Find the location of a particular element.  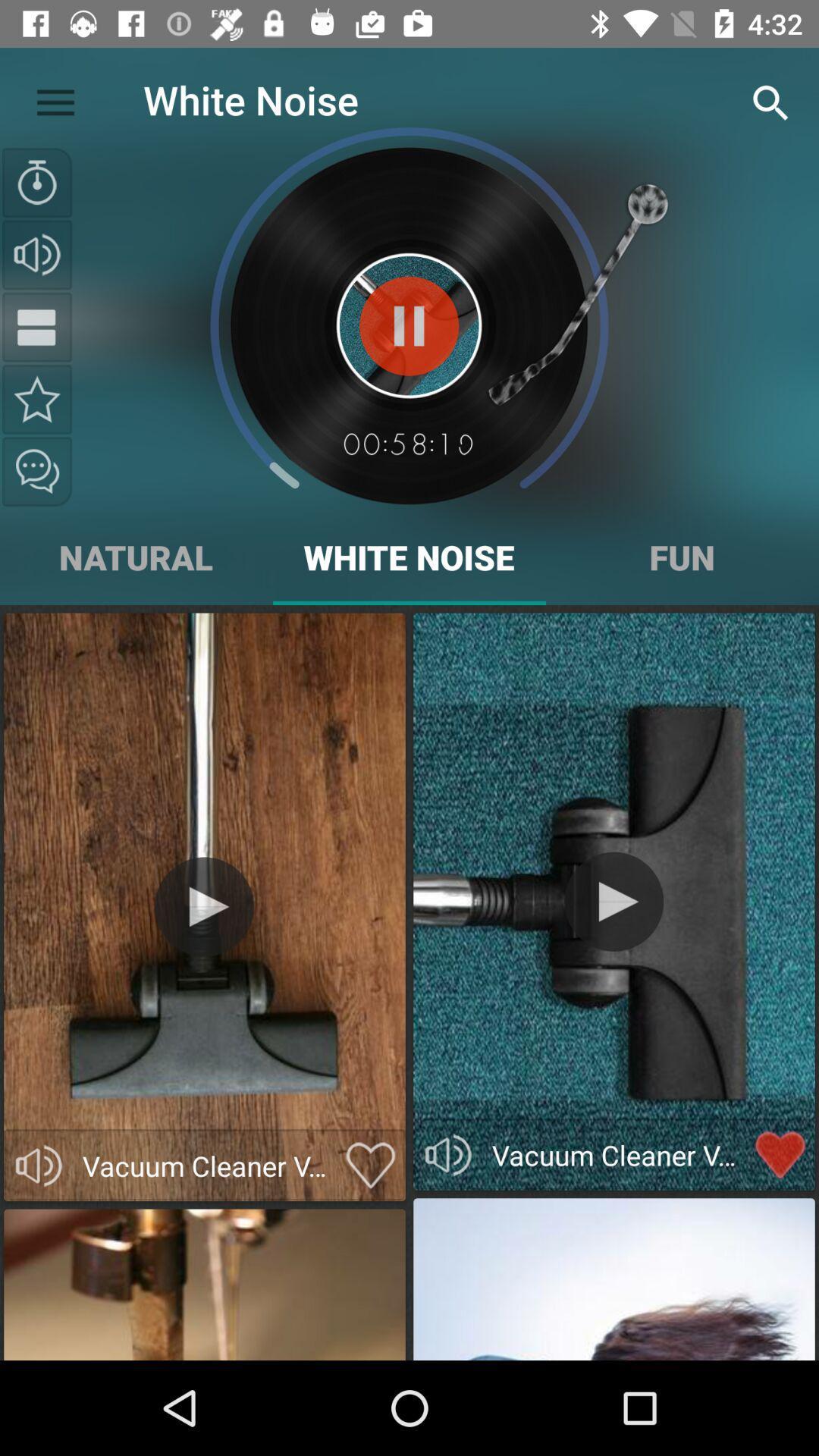

the time icon is located at coordinates (36, 182).